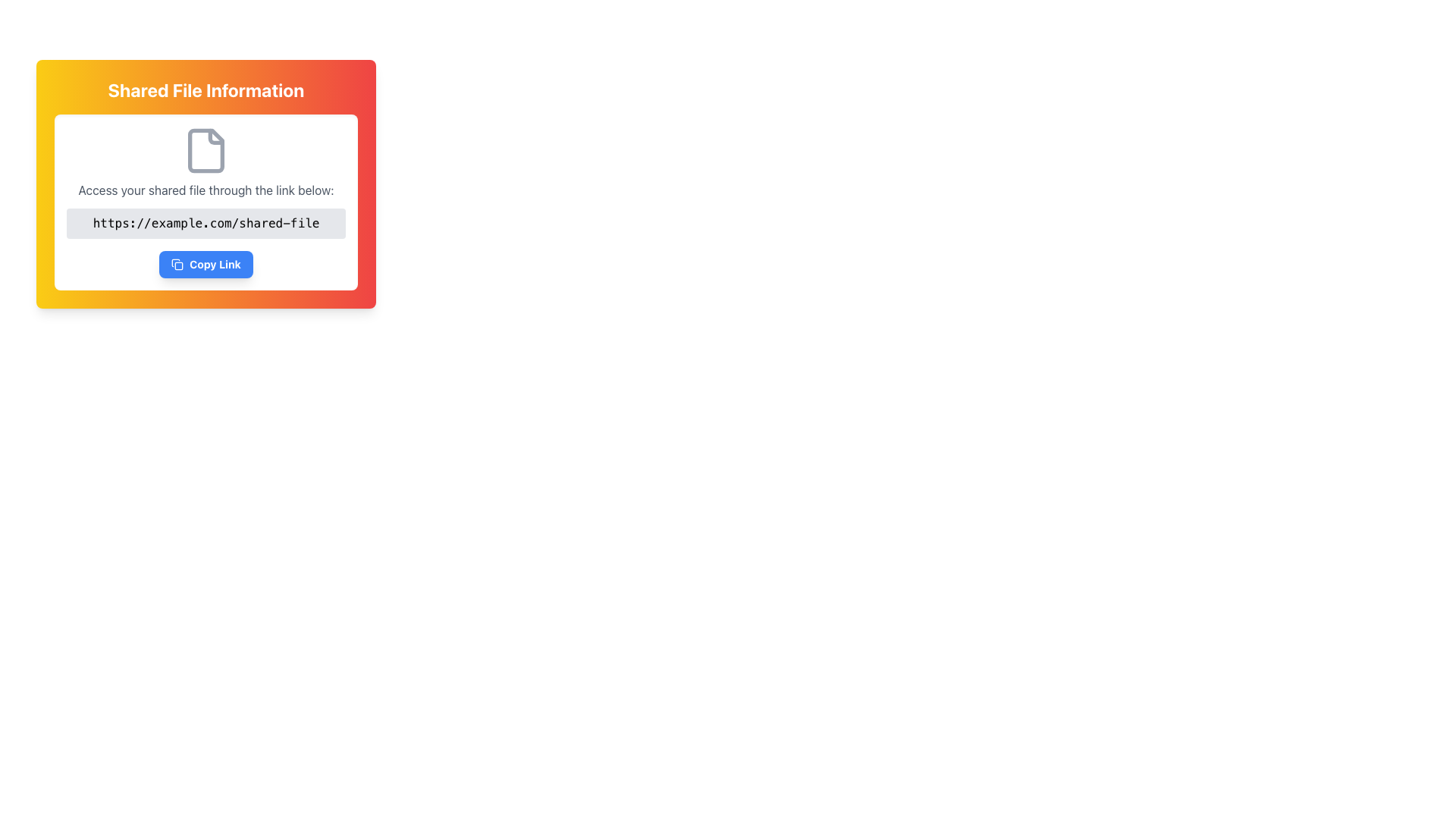 The width and height of the screenshot is (1456, 819). Describe the element at coordinates (206, 263) in the screenshot. I see `the button located below the text 'https://example.com/shared-file' to copy the associated shared link to the clipboard` at that location.